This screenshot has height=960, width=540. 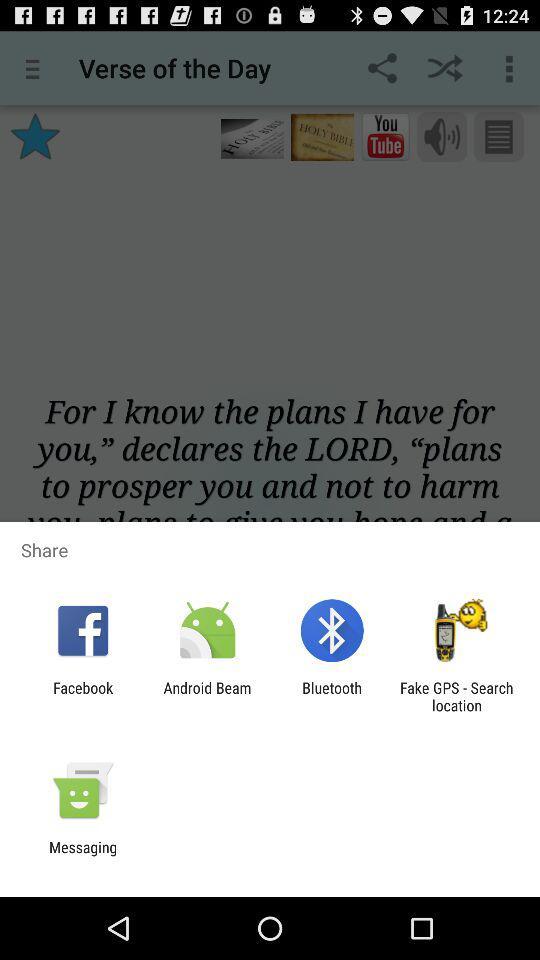 What do you see at coordinates (456, 696) in the screenshot?
I see `the item next to the bluetooth icon` at bounding box center [456, 696].